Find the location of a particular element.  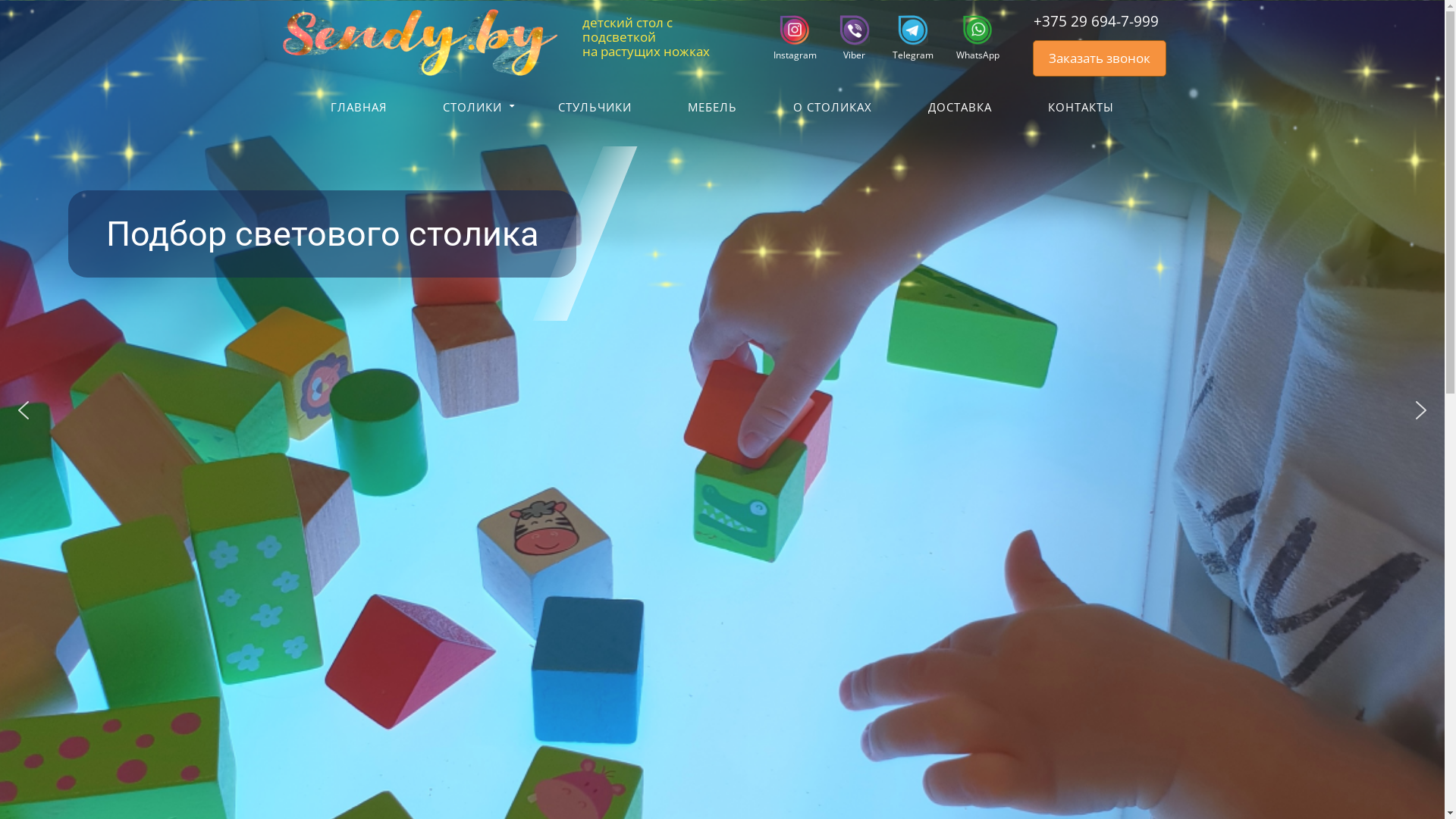

'WhatsApp' is located at coordinates (971, 37).